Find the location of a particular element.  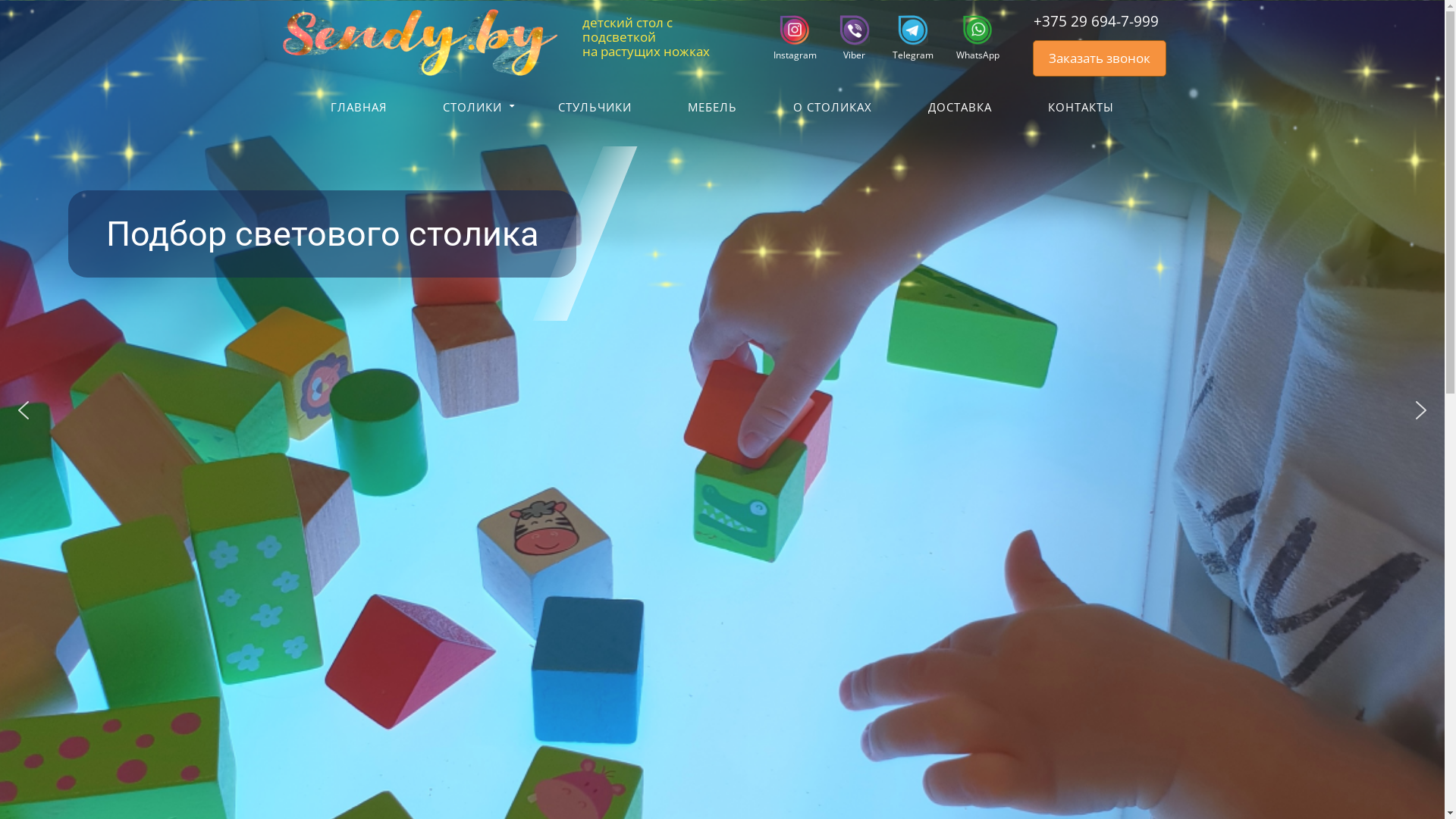

'WhatsApp' is located at coordinates (971, 37).